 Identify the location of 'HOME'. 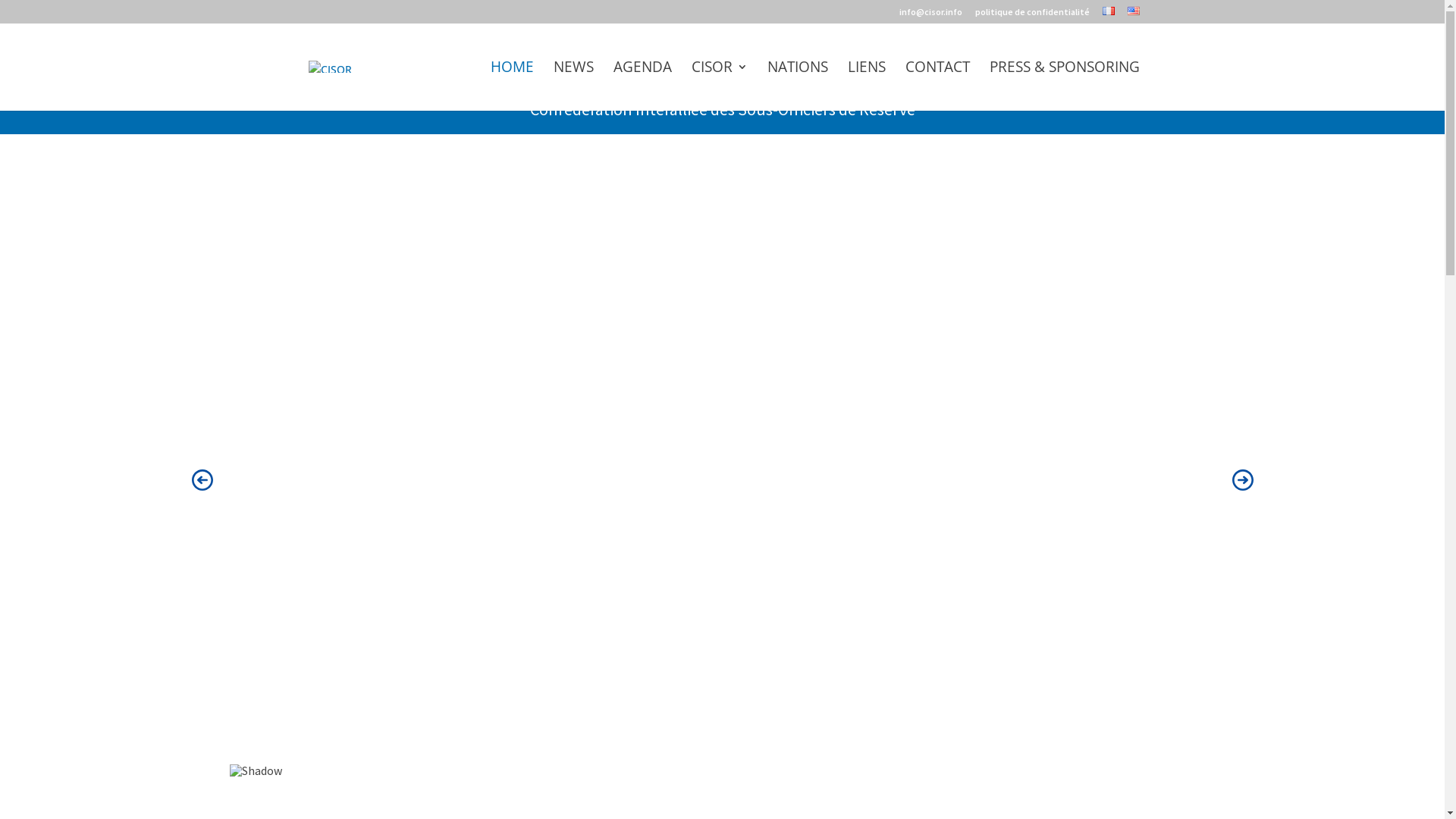
(511, 86).